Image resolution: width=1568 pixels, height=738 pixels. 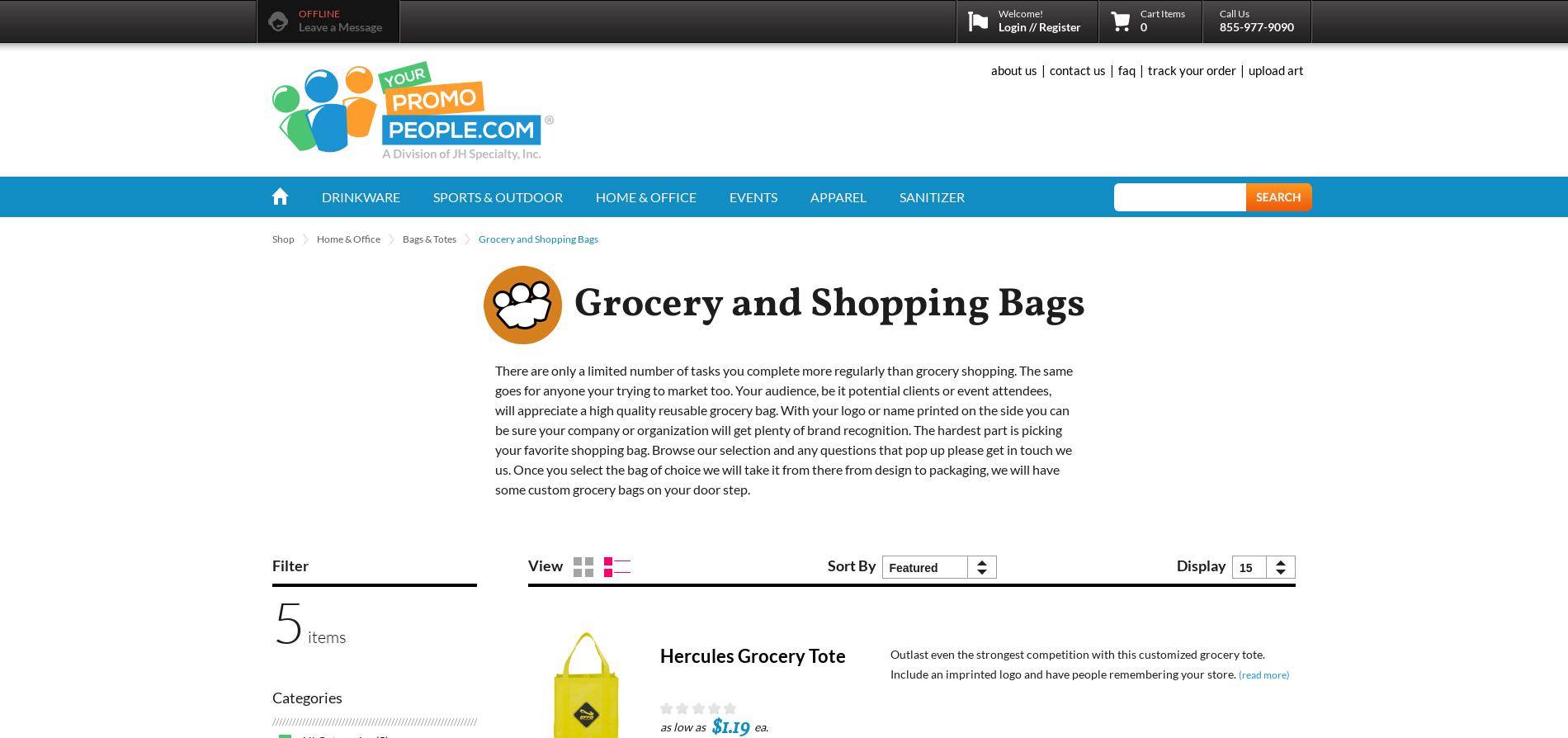 What do you see at coordinates (852, 564) in the screenshot?
I see `'Sort By'` at bounding box center [852, 564].